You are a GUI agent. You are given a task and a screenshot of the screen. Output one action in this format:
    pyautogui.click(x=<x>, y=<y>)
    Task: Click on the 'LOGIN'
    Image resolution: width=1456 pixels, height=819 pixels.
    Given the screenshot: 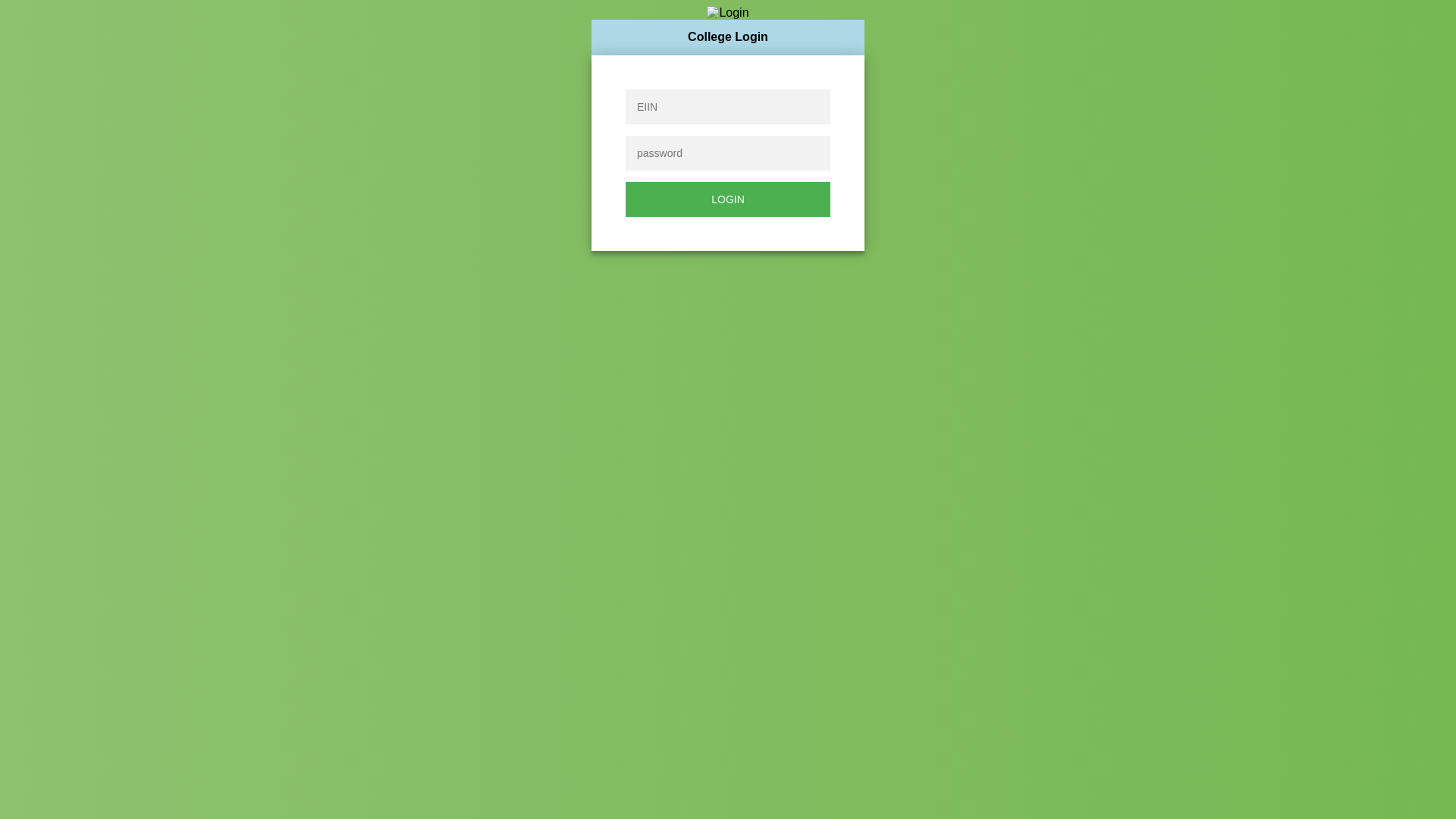 What is the action you would take?
    pyautogui.click(x=728, y=198)
    